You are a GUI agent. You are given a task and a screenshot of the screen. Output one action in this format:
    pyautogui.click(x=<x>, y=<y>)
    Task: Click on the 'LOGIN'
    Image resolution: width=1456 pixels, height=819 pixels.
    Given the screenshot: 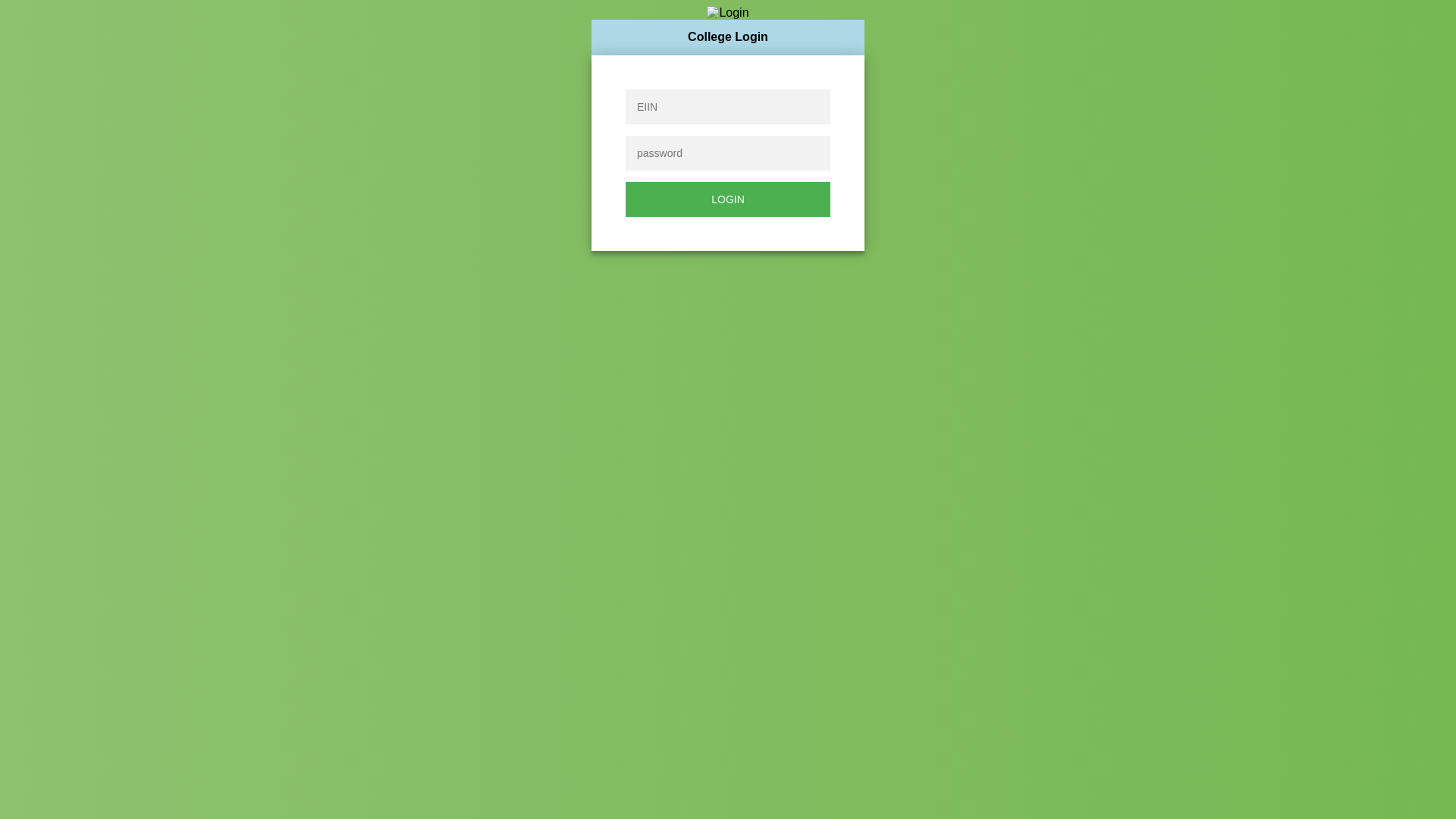 What is the action you would take?
    pyautogui.click(x=728, y=198)
    